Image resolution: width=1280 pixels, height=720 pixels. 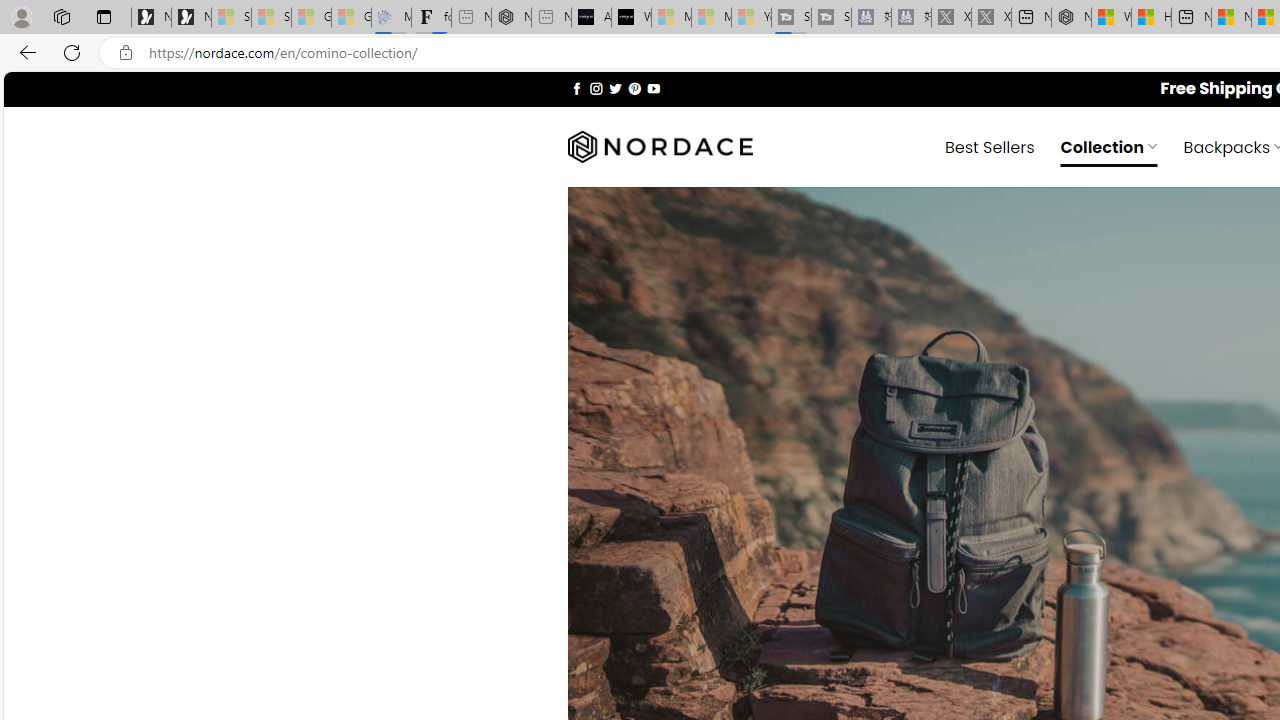 I want to click on 'Follow on YouTube', so click(x=653, y=87).